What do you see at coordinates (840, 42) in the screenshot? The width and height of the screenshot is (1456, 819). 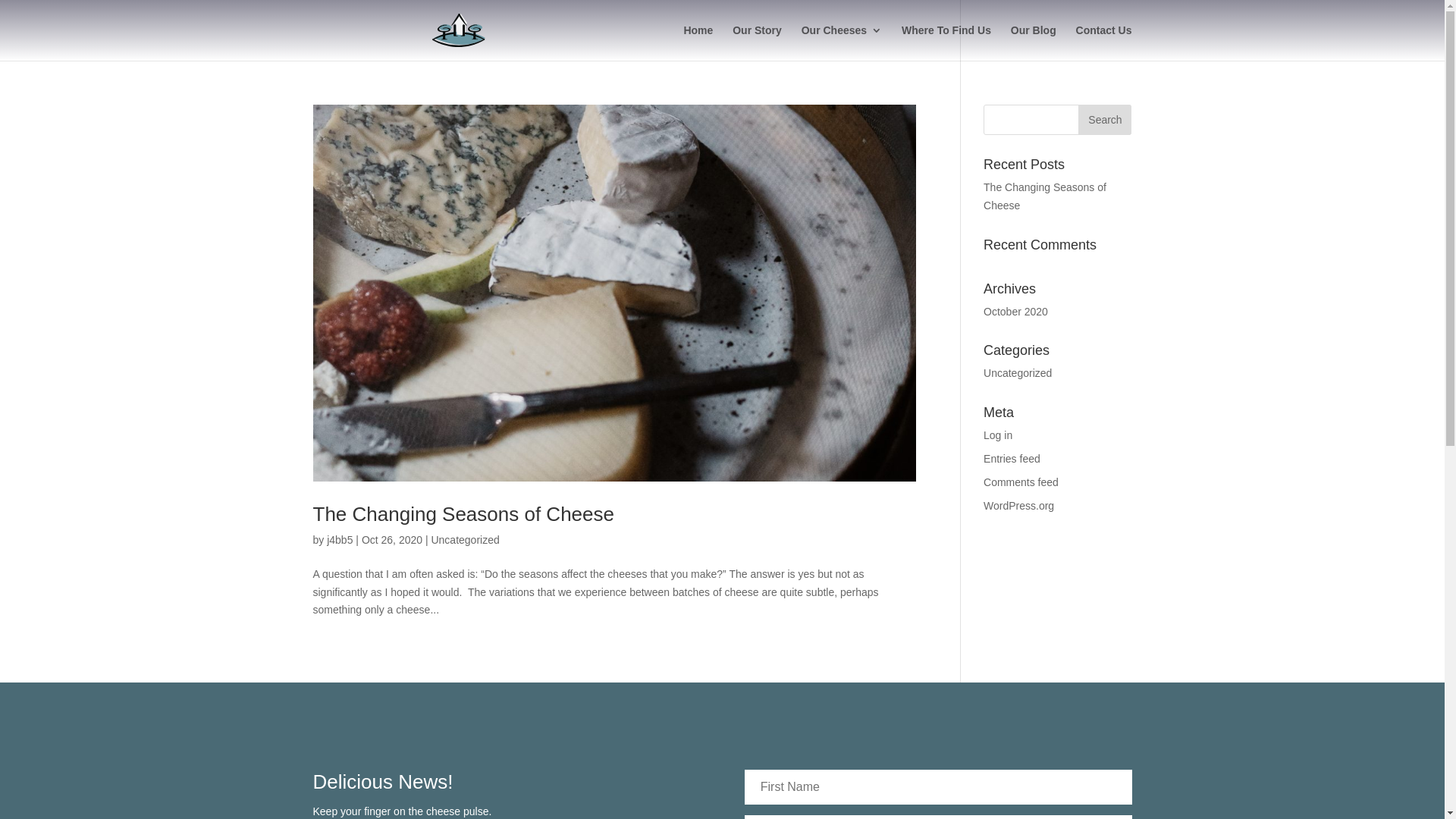 I see `'Our Cheeses'` at bounding box center [840, 42].